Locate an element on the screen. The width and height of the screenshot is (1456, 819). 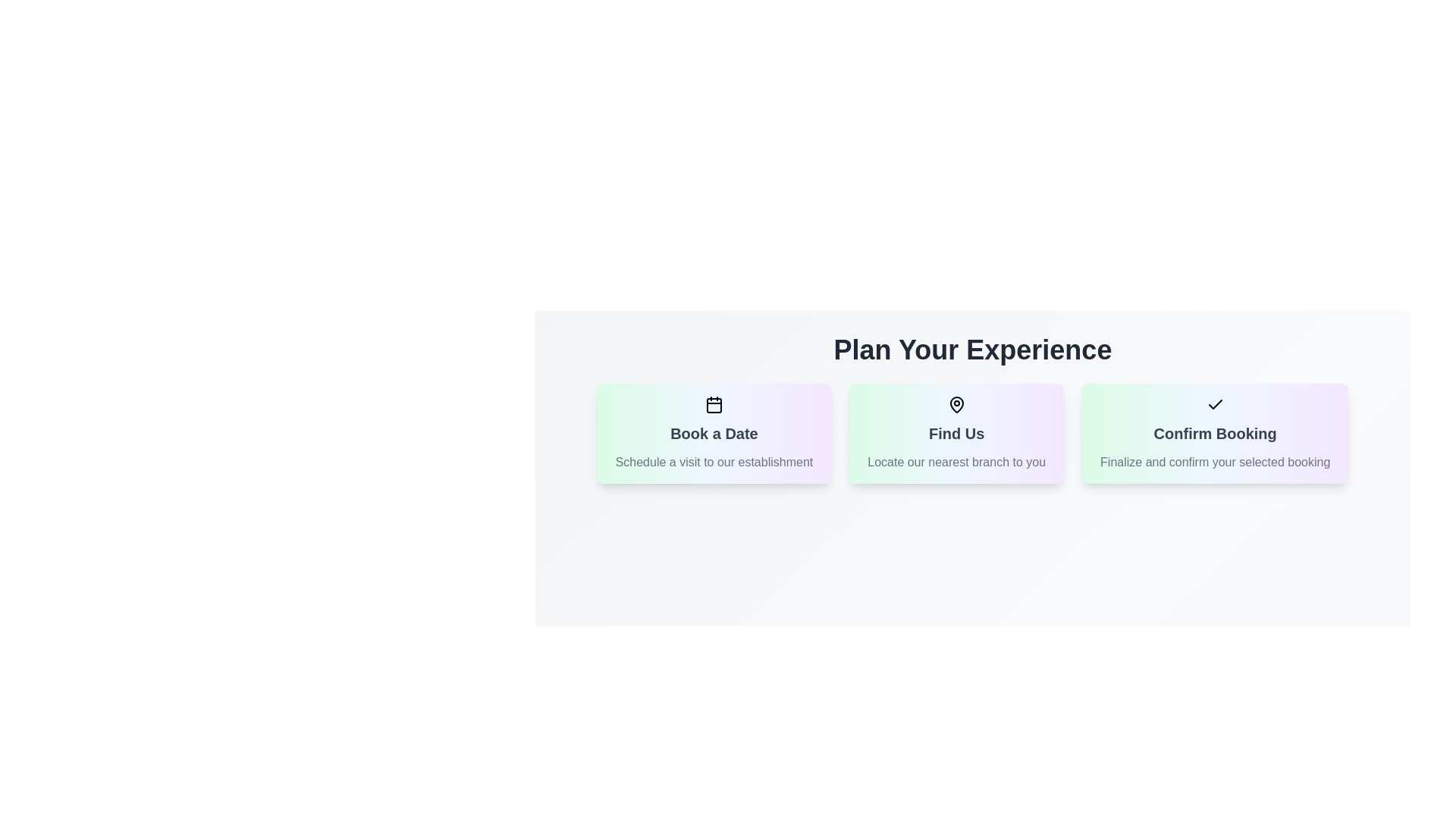
the button located in the center panel between the 'Book a Date' button and the 'Confirm Booking' button to initiate the process of locating the nearest branch is located at coordinates (955, 433).